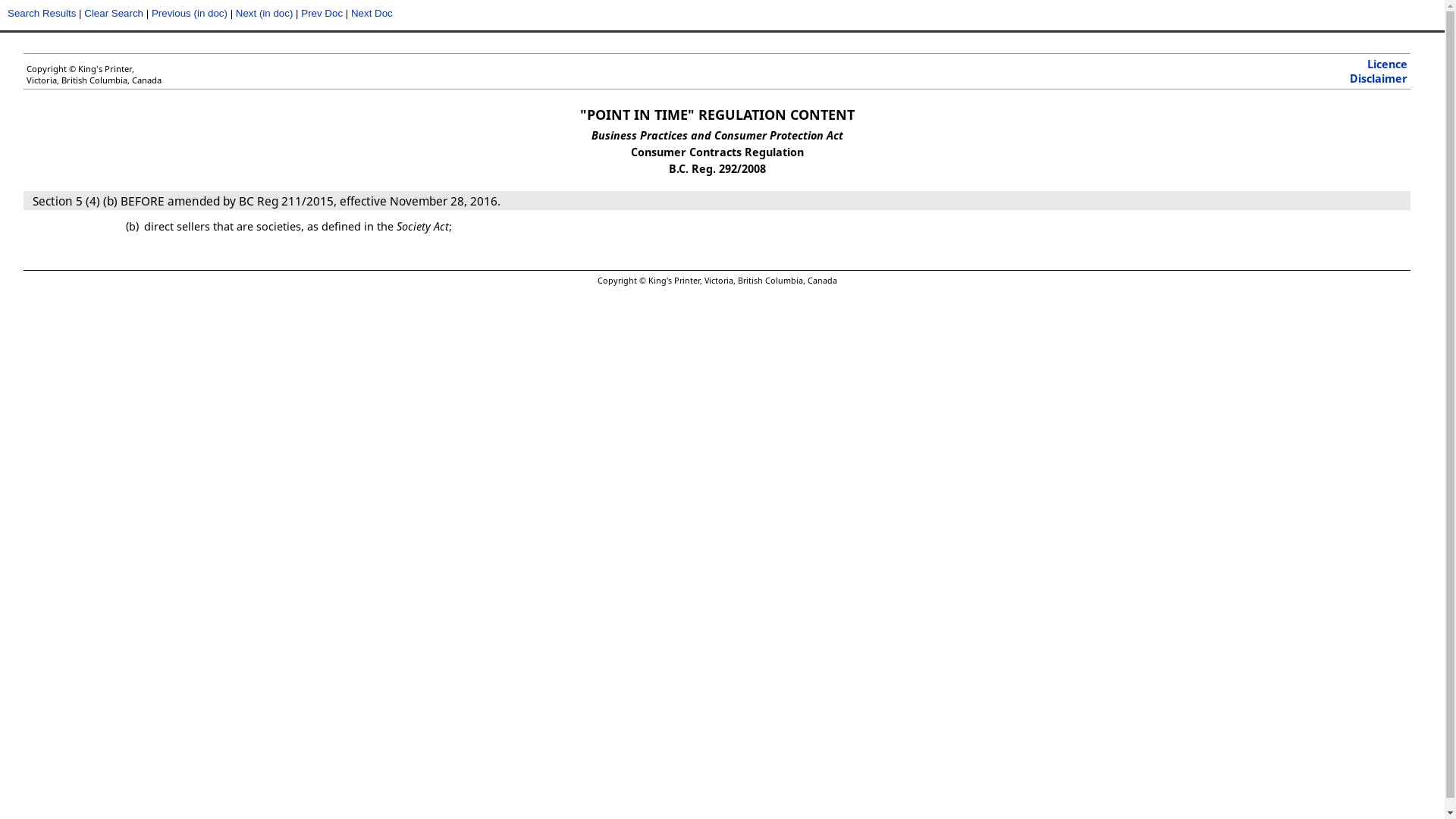  I want to click on 'Licence', so click(1387, 63).